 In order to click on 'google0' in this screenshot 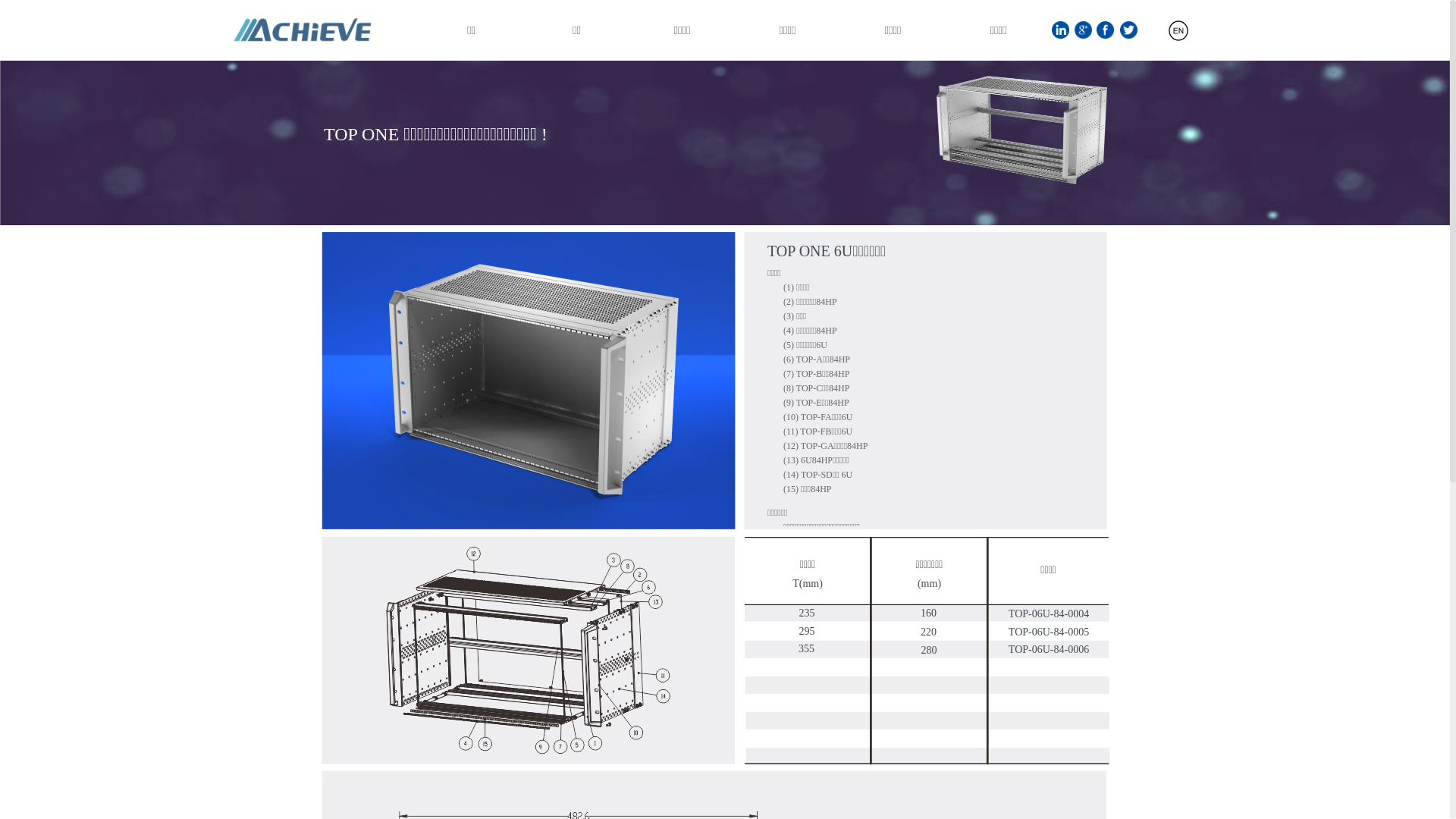, I will do `click(1082, 30)`.